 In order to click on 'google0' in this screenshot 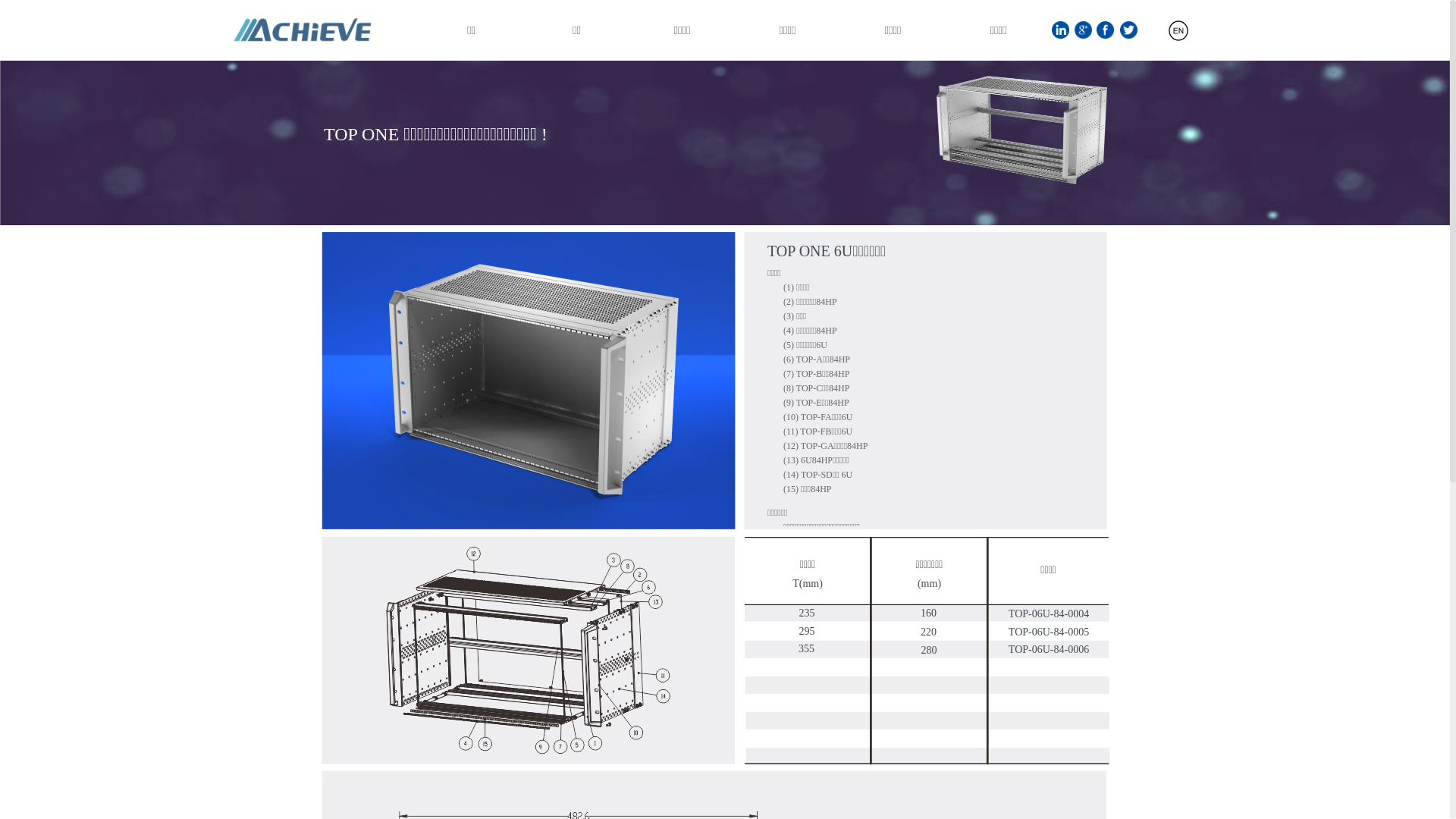, I will do `click(1082, 30)`.